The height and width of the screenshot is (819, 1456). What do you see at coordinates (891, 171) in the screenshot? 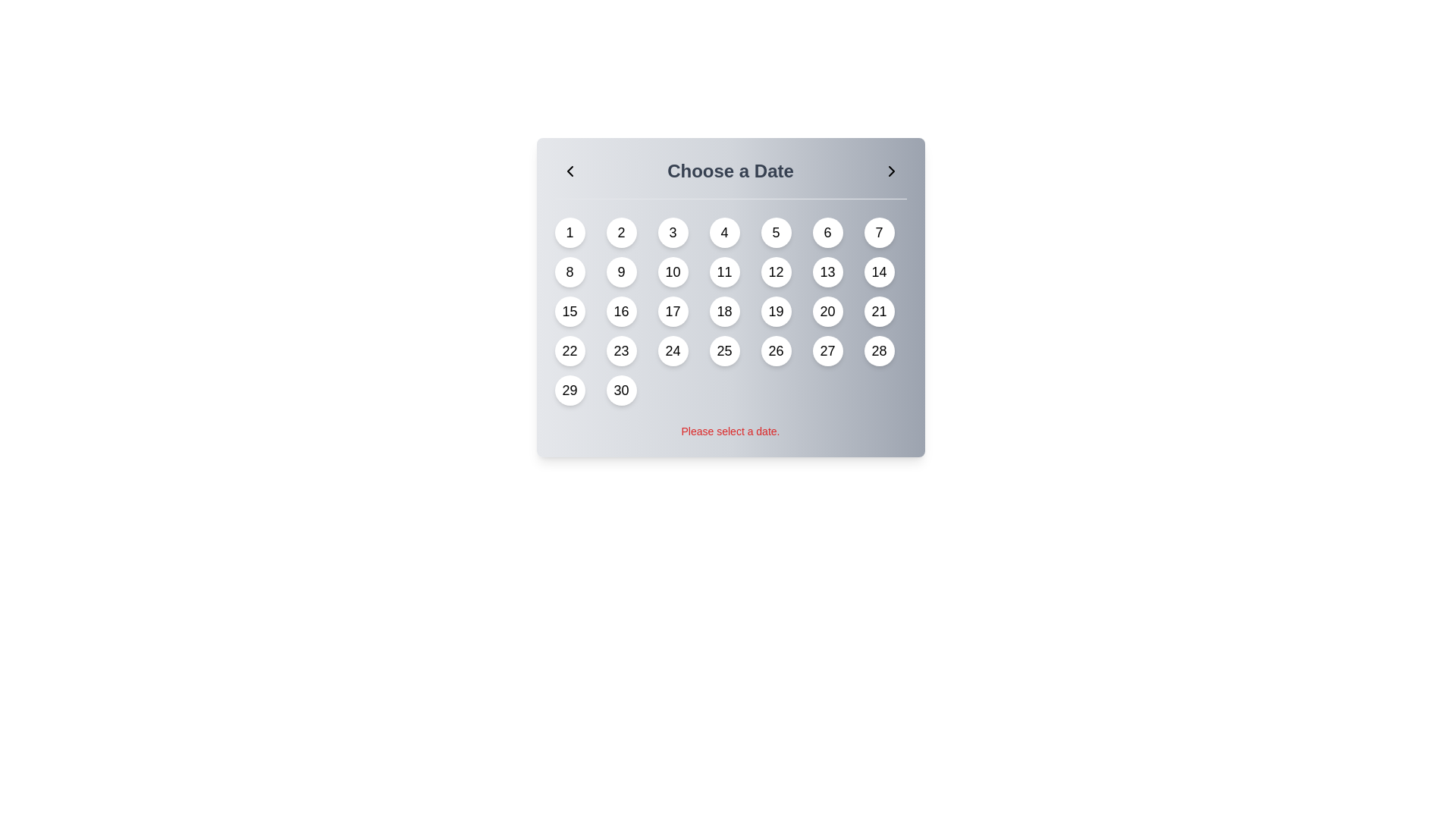
I see `the navigation button located near the top-right corner of the modal header to move to the next set of dates or months` at bounding box center [891, 171].